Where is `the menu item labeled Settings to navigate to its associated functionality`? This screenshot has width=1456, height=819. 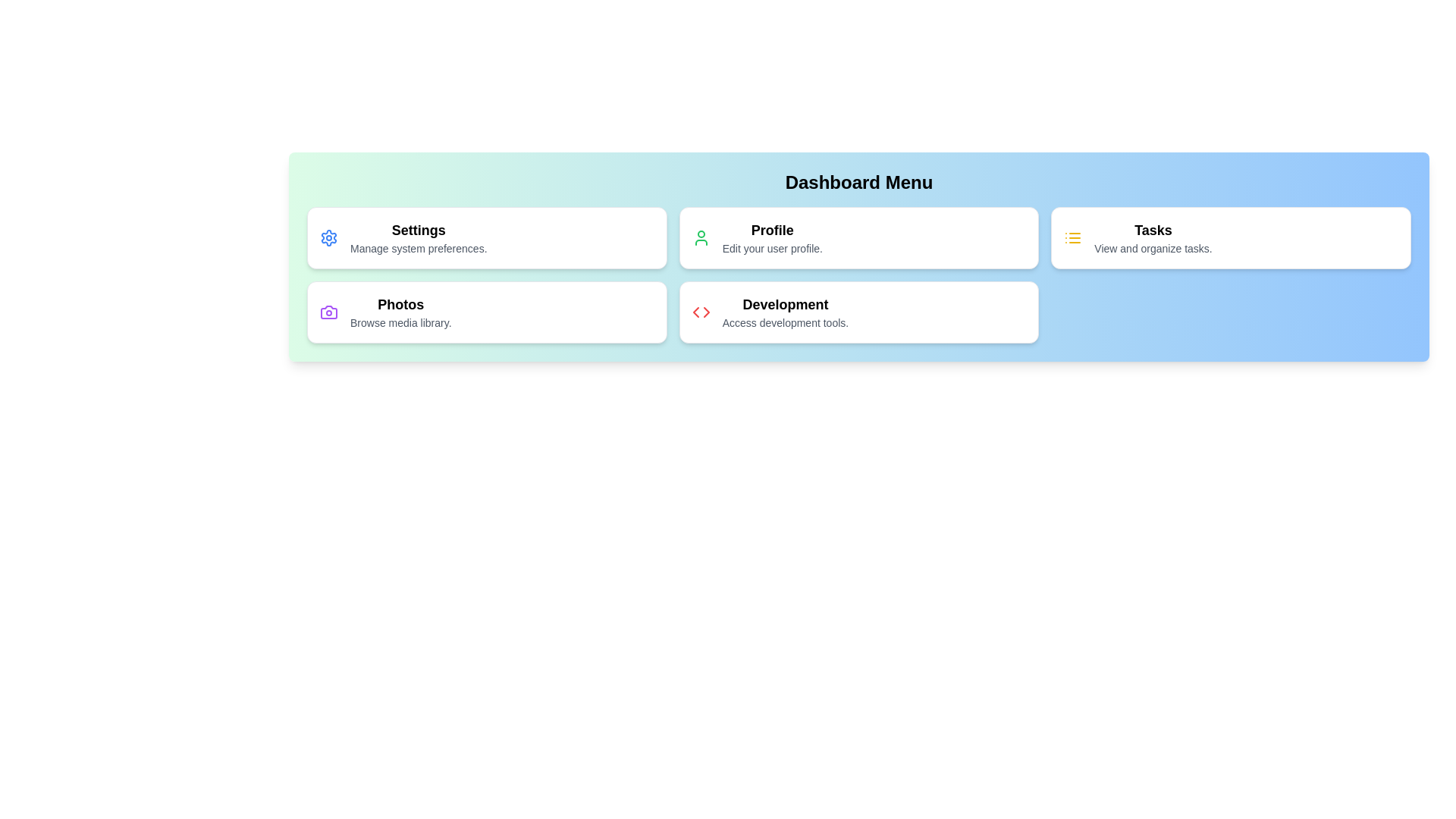 the menu item labeled Settings to navigate to its associated functionality is located at coordinates (487, 237).